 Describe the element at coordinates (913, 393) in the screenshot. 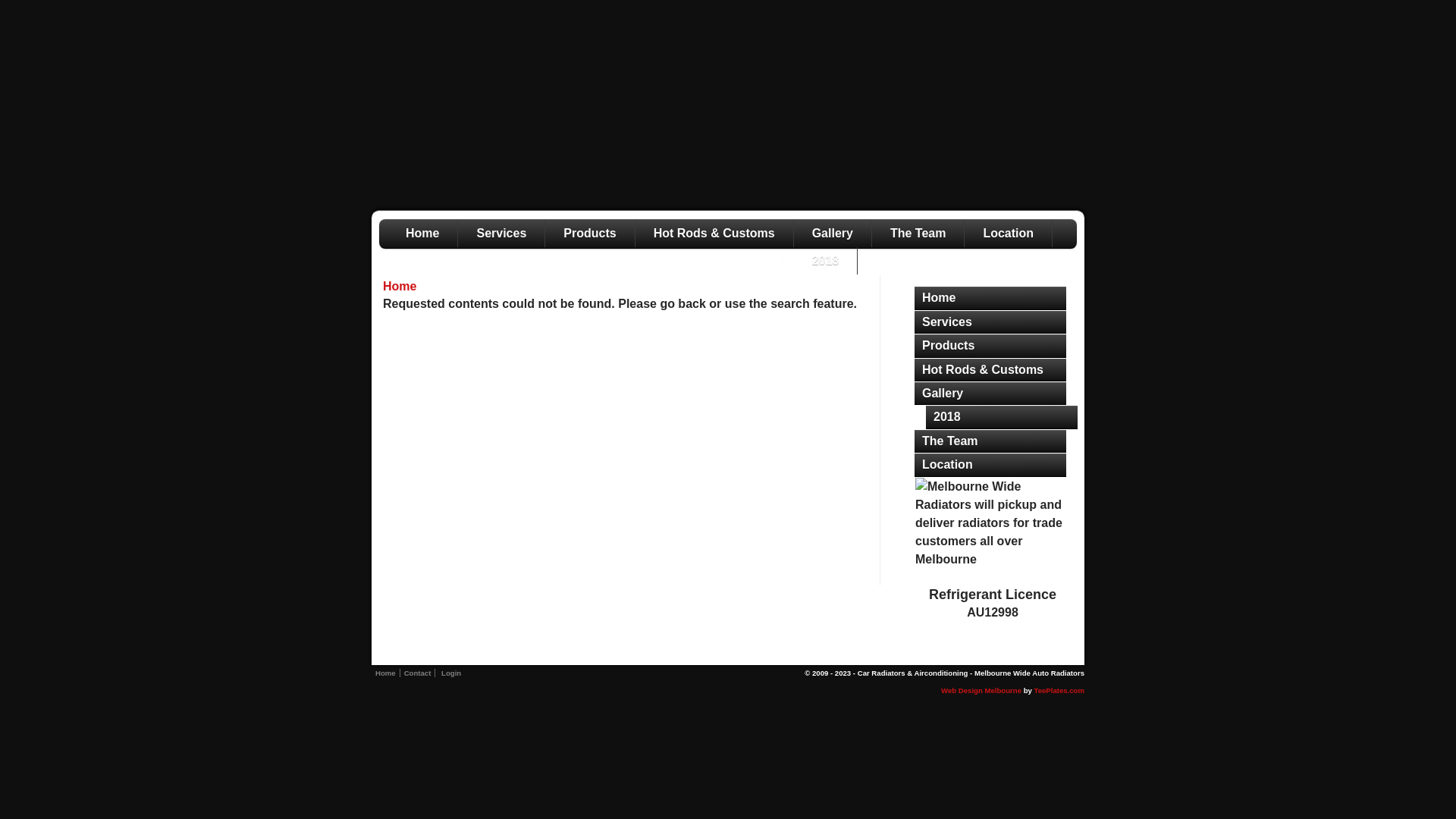

I see `'Gallery'` at that location.